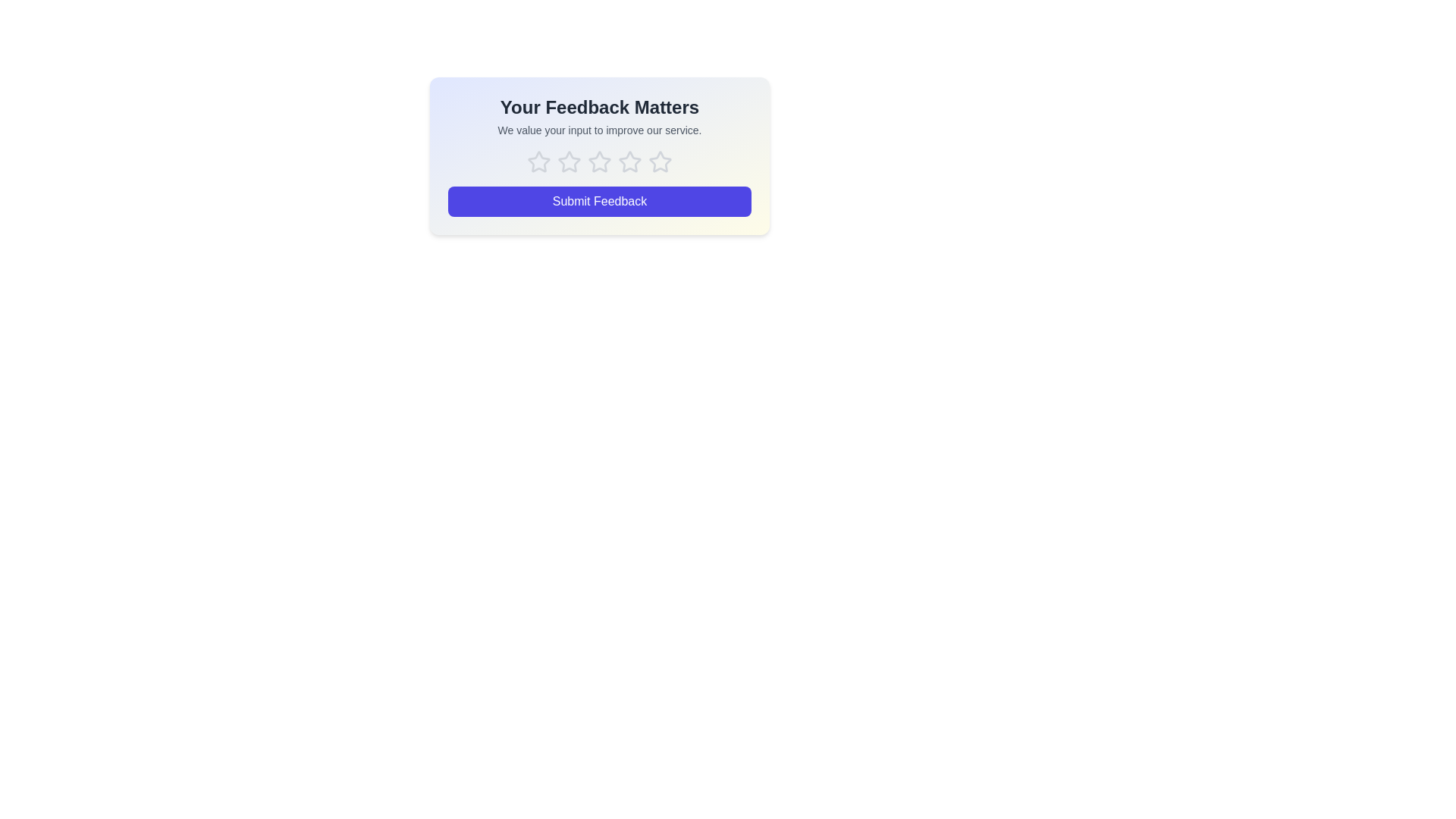 The height and width of the screenshot is (819, 1456). I want to click on the interactive components within the feedback card that is centered horizontally and positioned a quarter down from the top edge of the viewport, so click(599, 155).